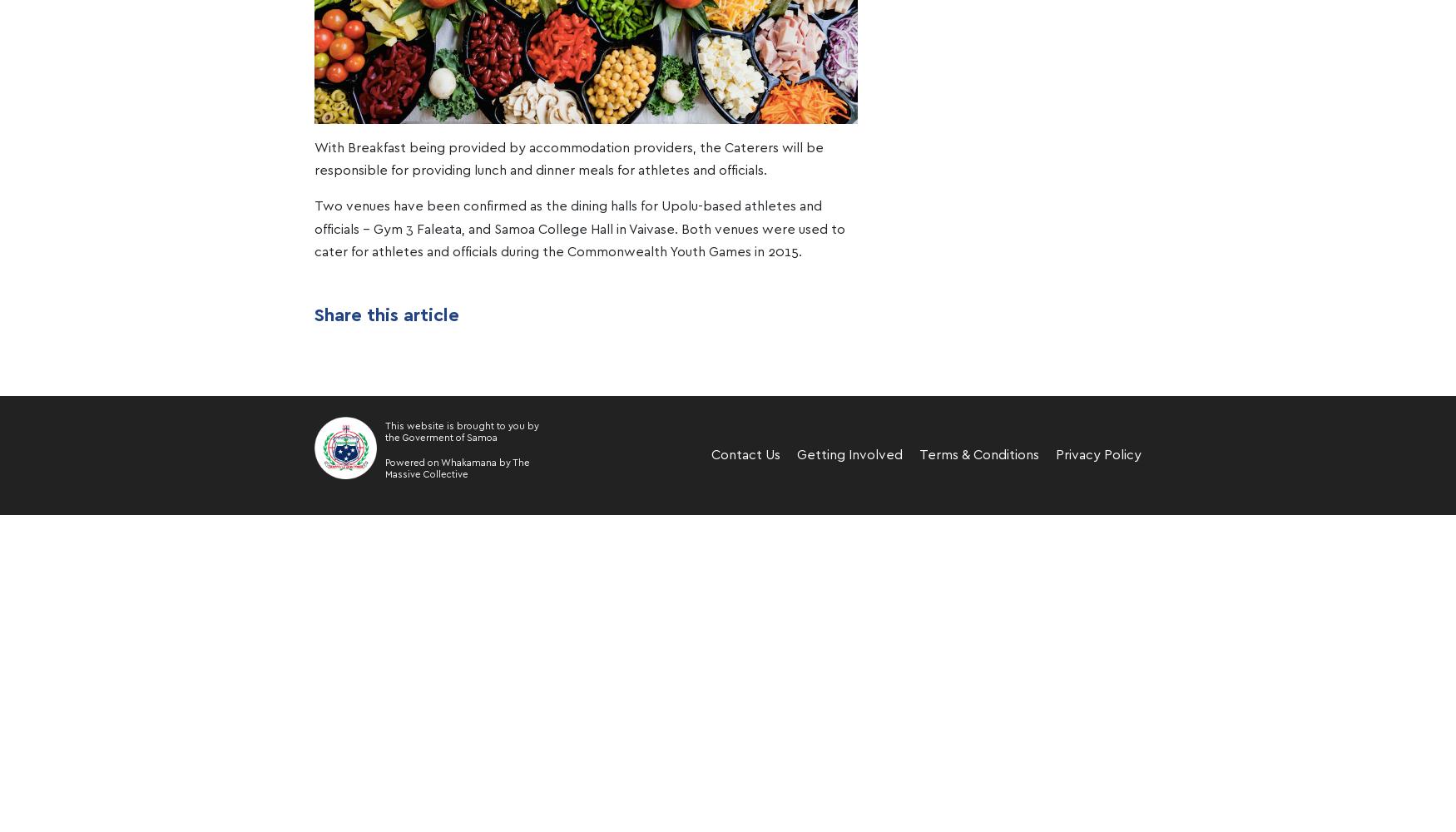  Describe the element at coordinates (978, 455) in the screenshot. I see `'Terms & Conditions'` at that location.